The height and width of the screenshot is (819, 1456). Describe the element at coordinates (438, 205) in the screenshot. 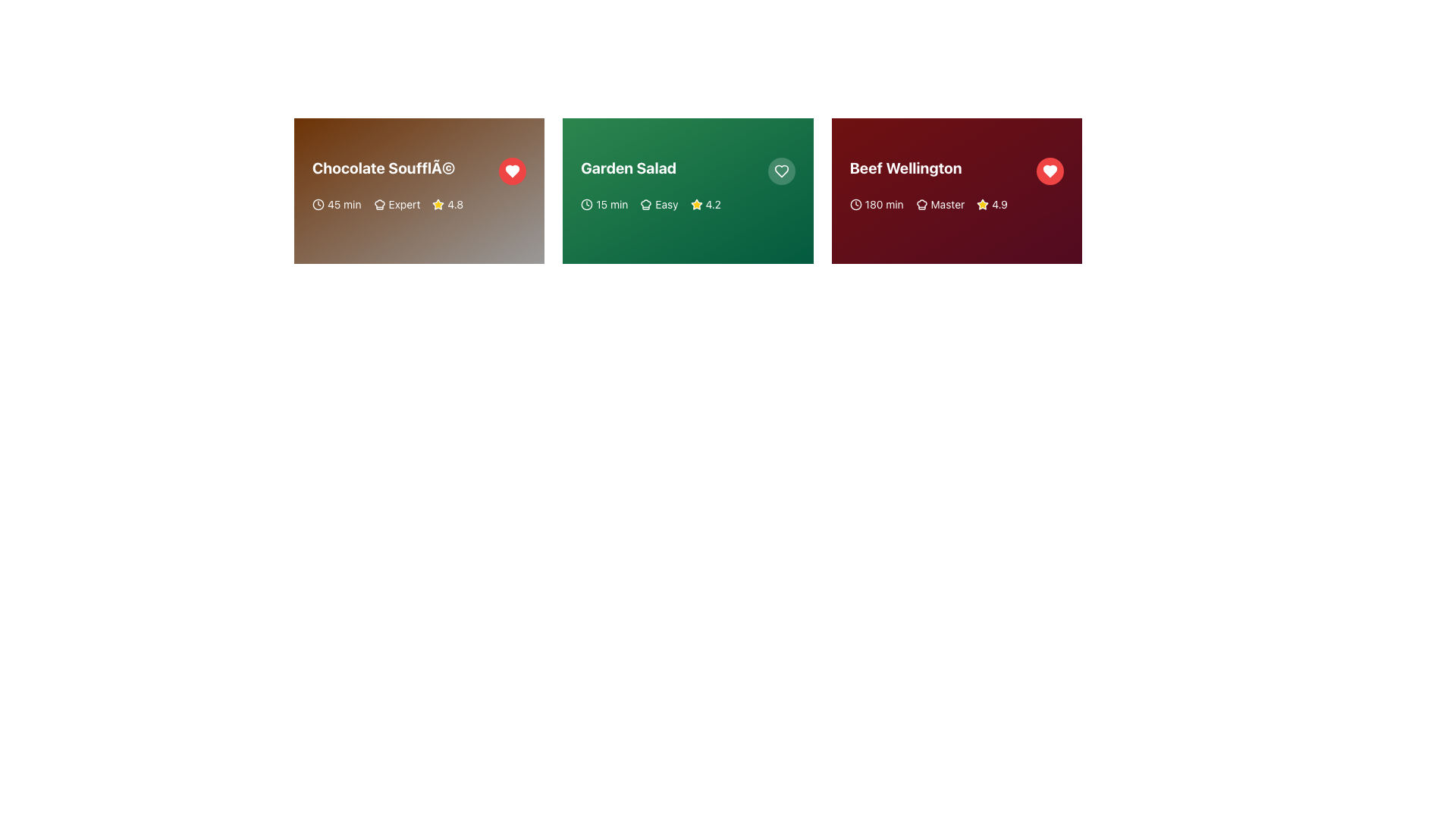

I see `the star icon representing the rating of 'Chocolate Soufflé', which is located to the left of the numerical rating '4.8'` at that location.